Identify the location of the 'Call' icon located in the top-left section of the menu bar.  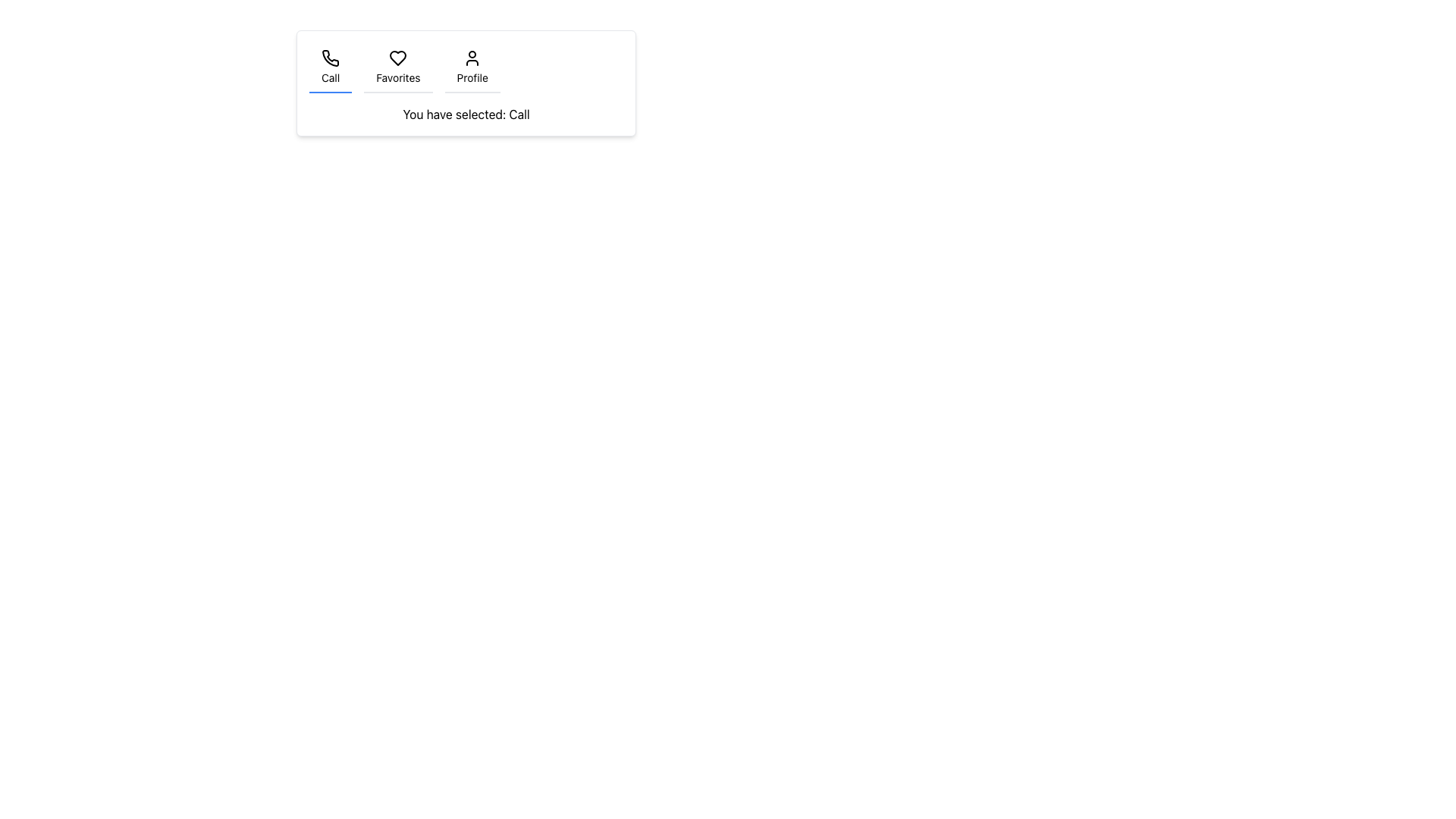
(330, 58).